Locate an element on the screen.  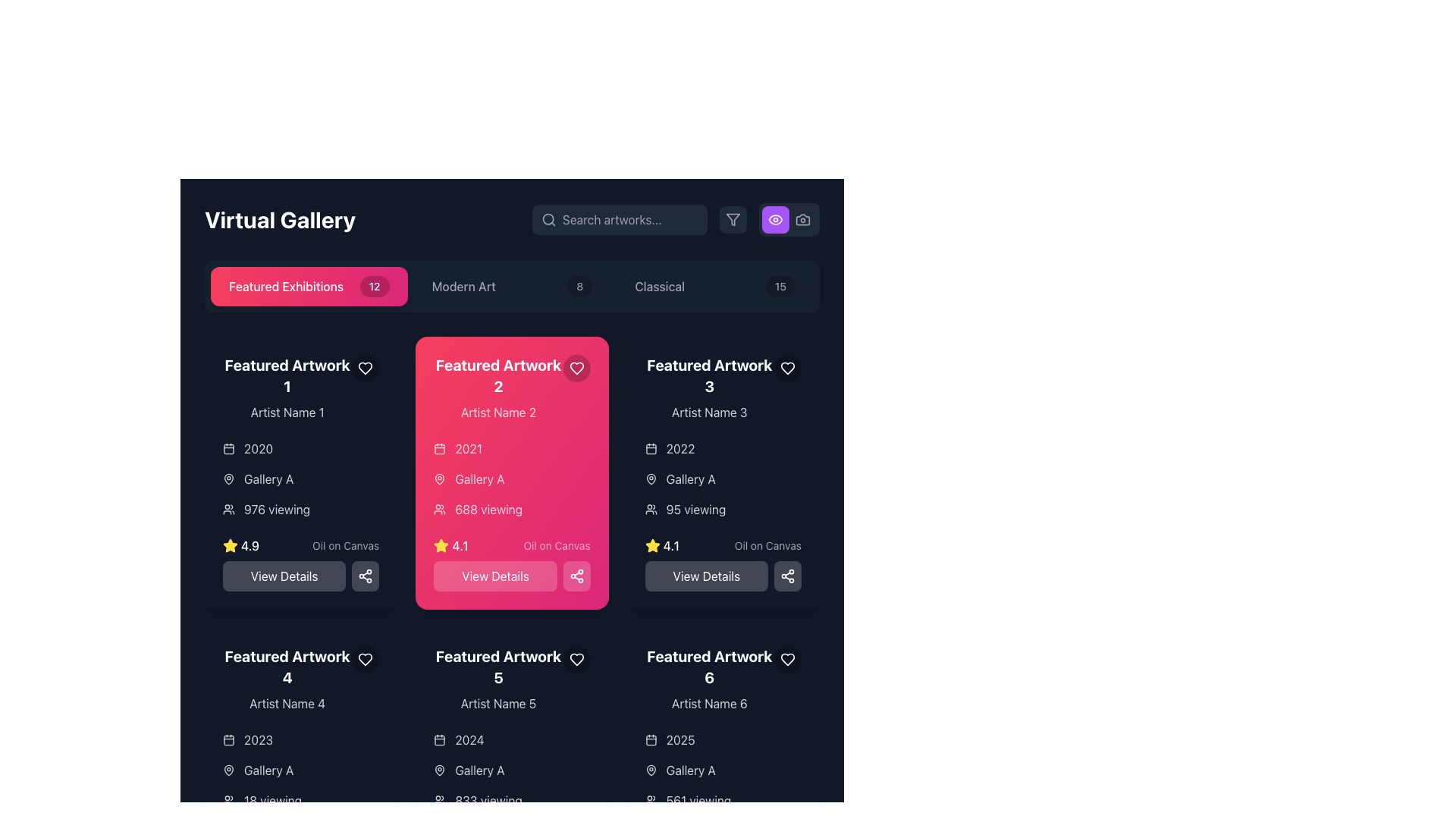
the small calendar icon located within the 'Featured Artwork 4' card, positioned above the text '2023' is located at coordinates (228, 739).